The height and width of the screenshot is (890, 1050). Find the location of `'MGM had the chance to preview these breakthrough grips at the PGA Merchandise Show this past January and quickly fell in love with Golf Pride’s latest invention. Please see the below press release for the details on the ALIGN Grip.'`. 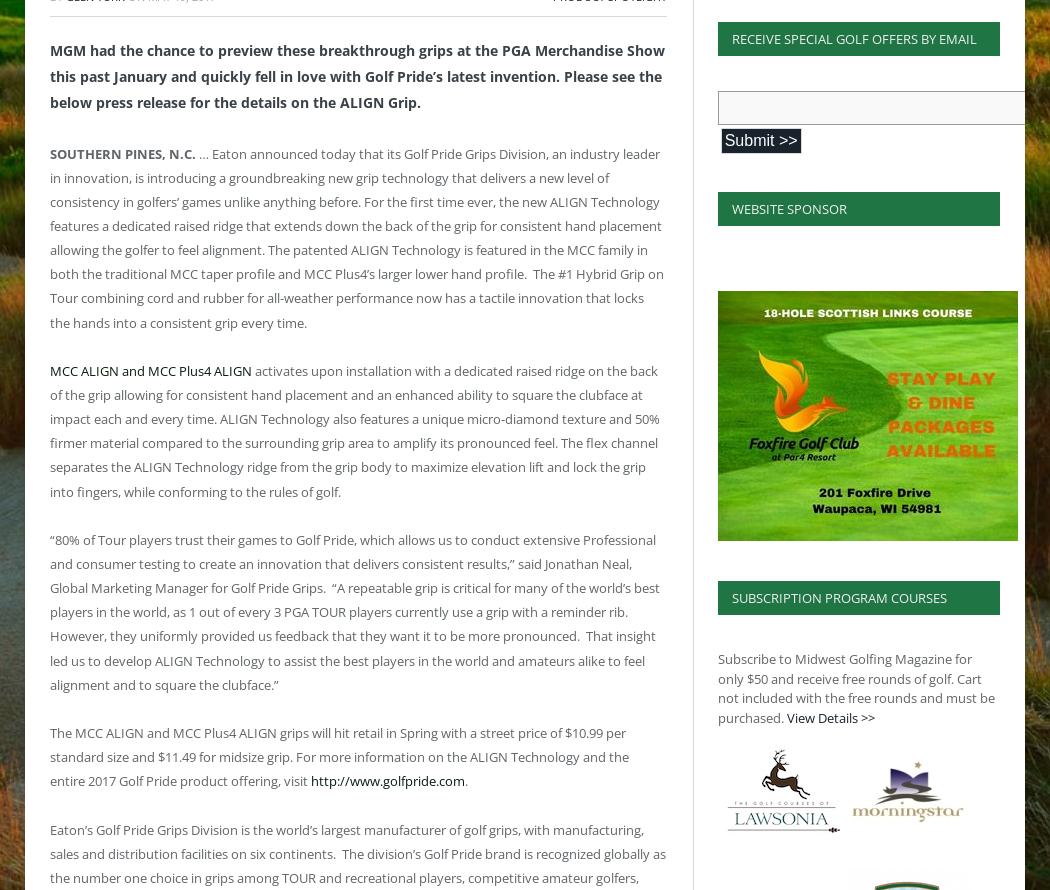

'MGM had the chance to preview these breakthrough grips at the PGA Merchandise Show this past January and quickly fell in love with Golf Pride’s latest invention. Please see the below press release for the details on the ALIGN Grip.' is located at coordinates (356, 74).